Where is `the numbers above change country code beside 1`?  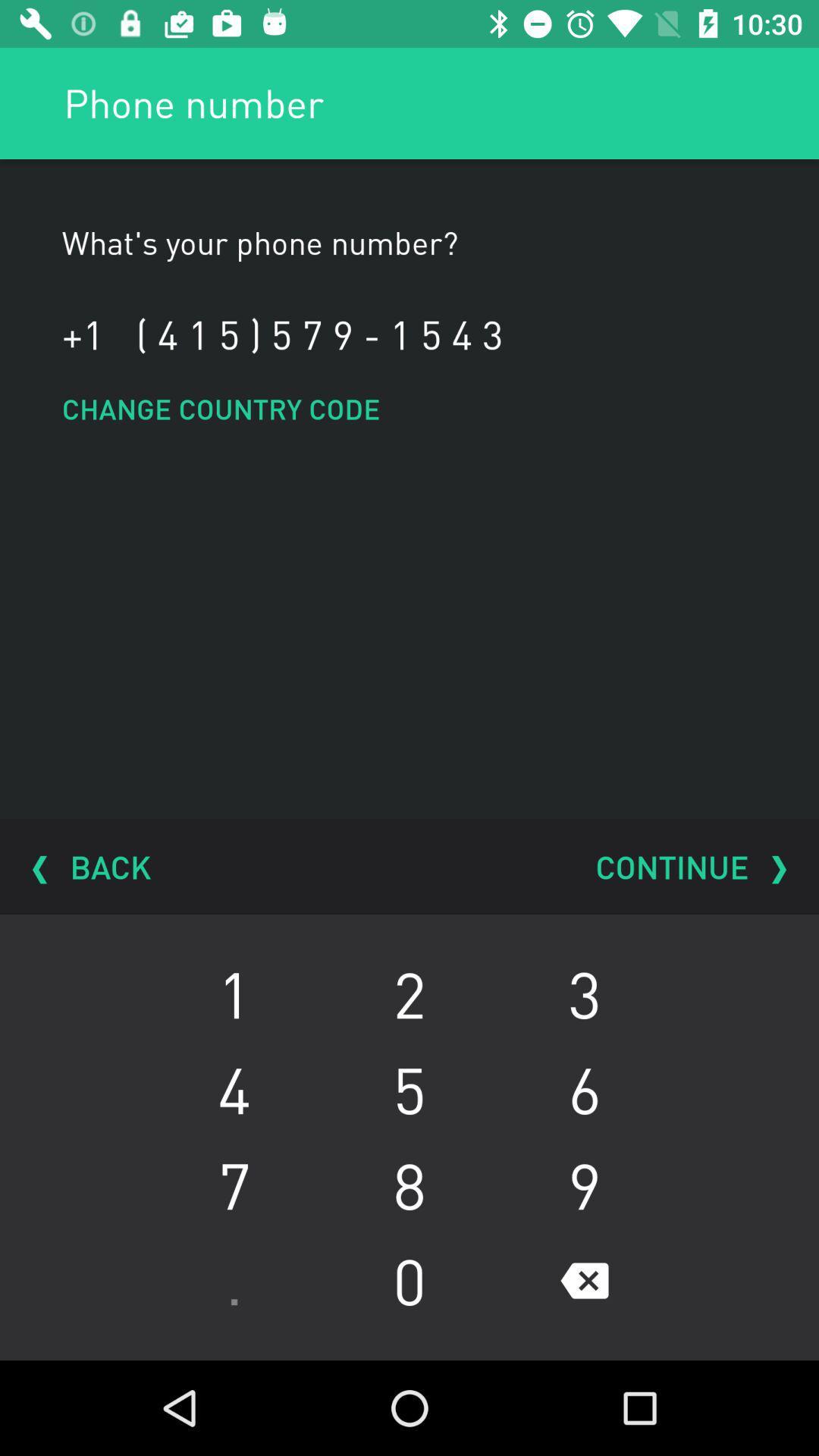 the numbers above change country code beside 1 is located at coordinates (318, 334).